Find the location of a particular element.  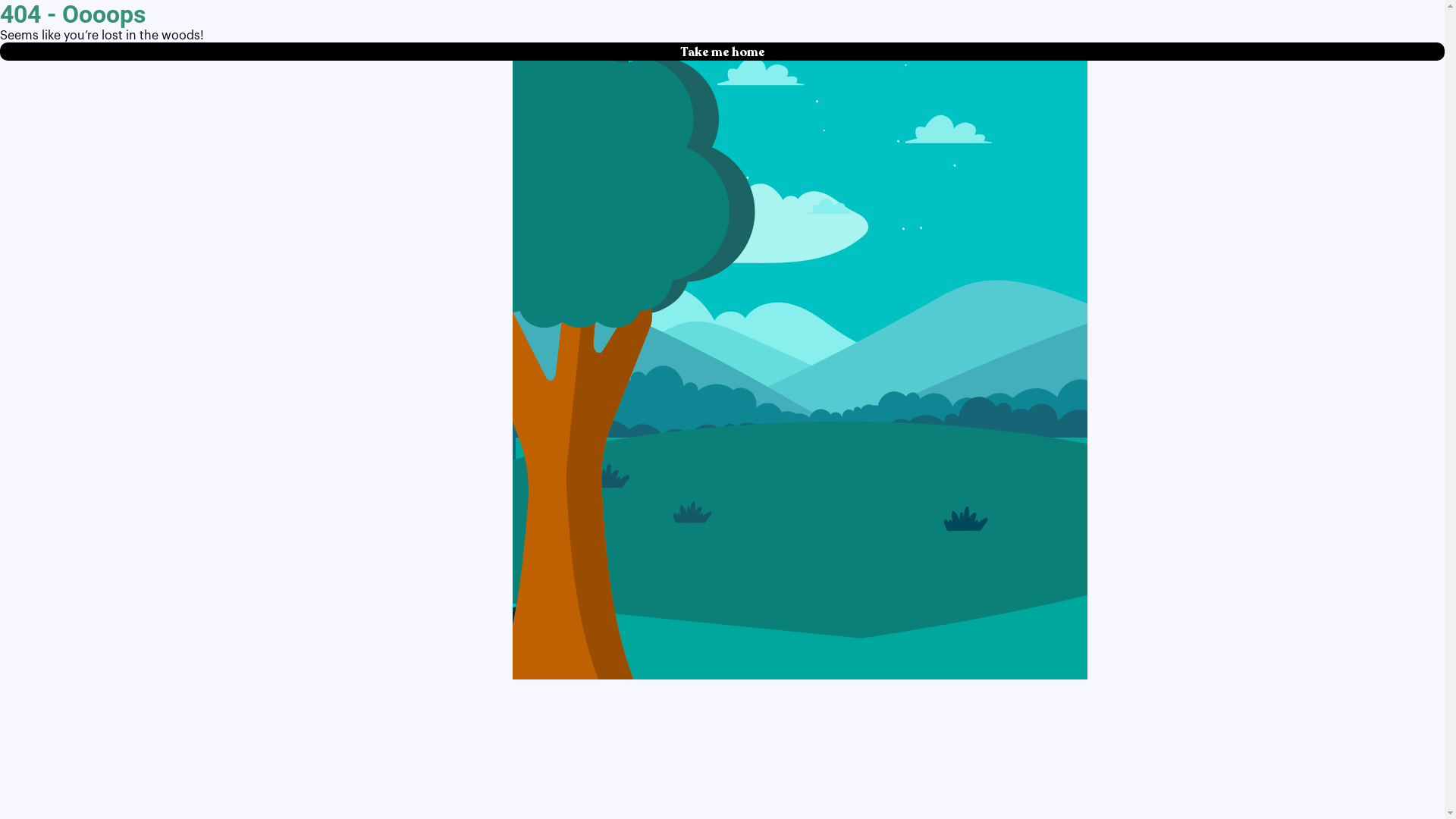

'Take me home' is located at coordinates (721, 51).